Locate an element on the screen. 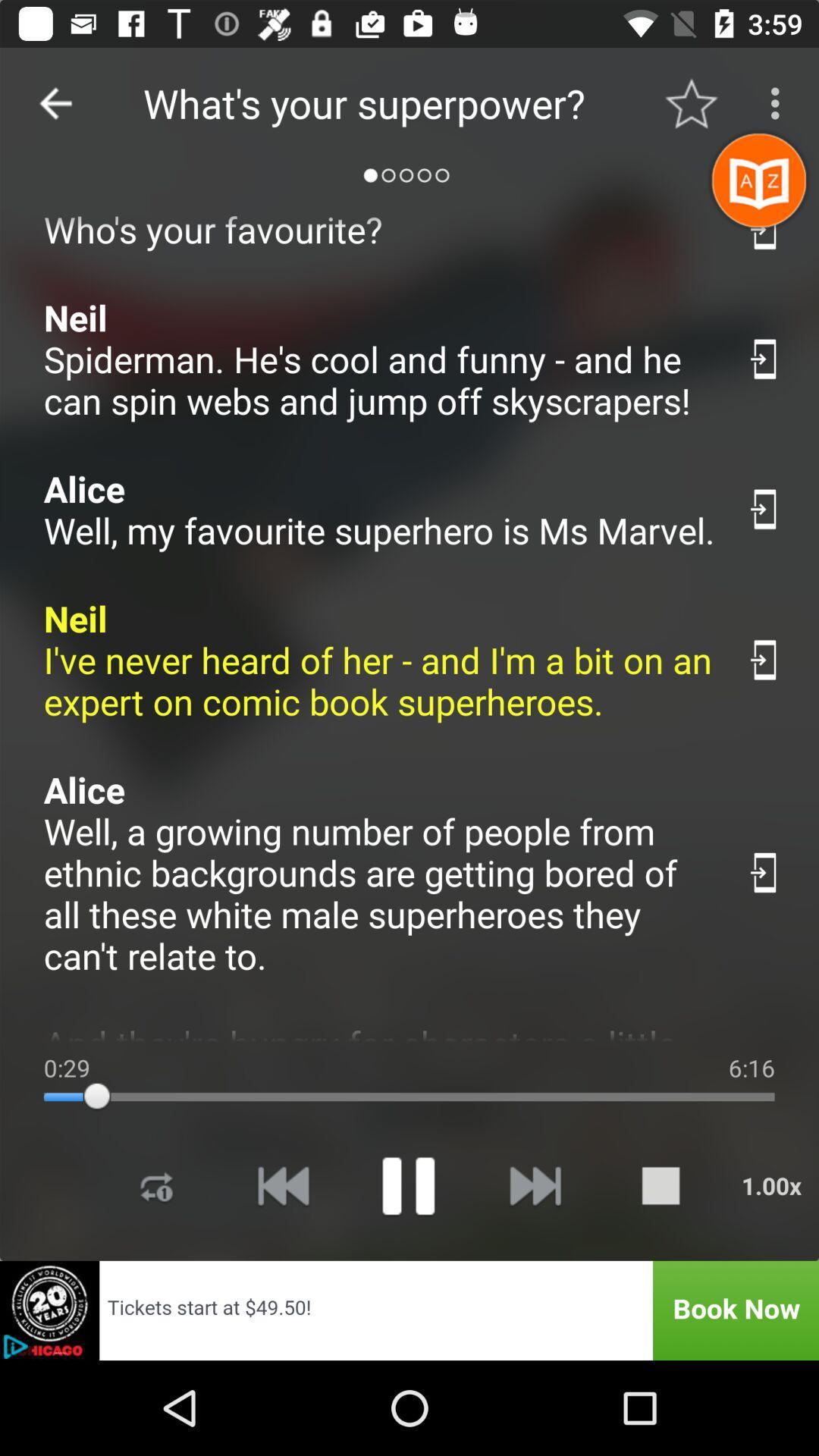  this page is located at coordinates (765, 509).